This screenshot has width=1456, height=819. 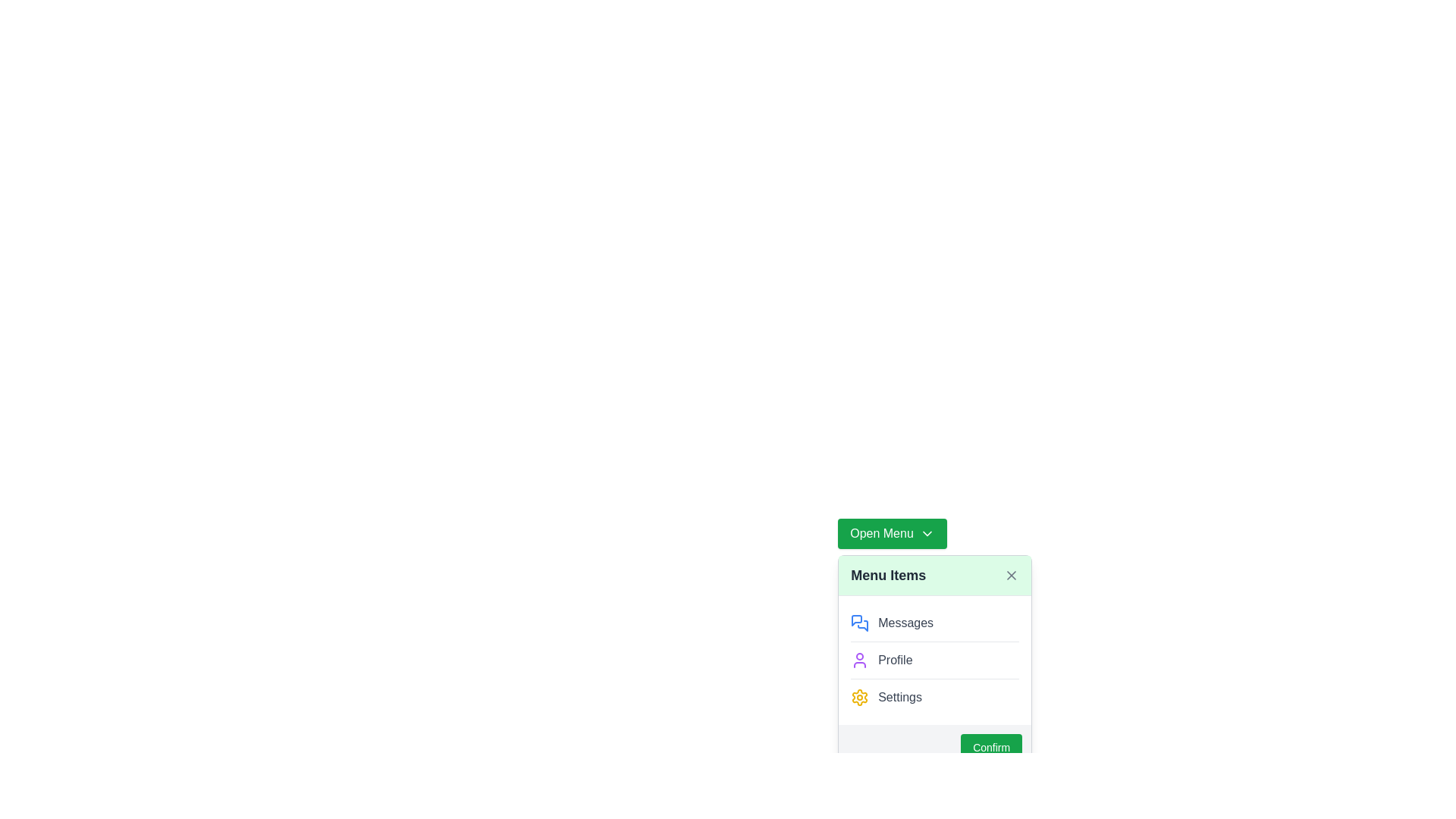 What do you see at coordinates (900, 698) in the screenshot?
I see `the 'Settings' label, which is the third item in the vertical menu list` at bounding box center [900, 698].